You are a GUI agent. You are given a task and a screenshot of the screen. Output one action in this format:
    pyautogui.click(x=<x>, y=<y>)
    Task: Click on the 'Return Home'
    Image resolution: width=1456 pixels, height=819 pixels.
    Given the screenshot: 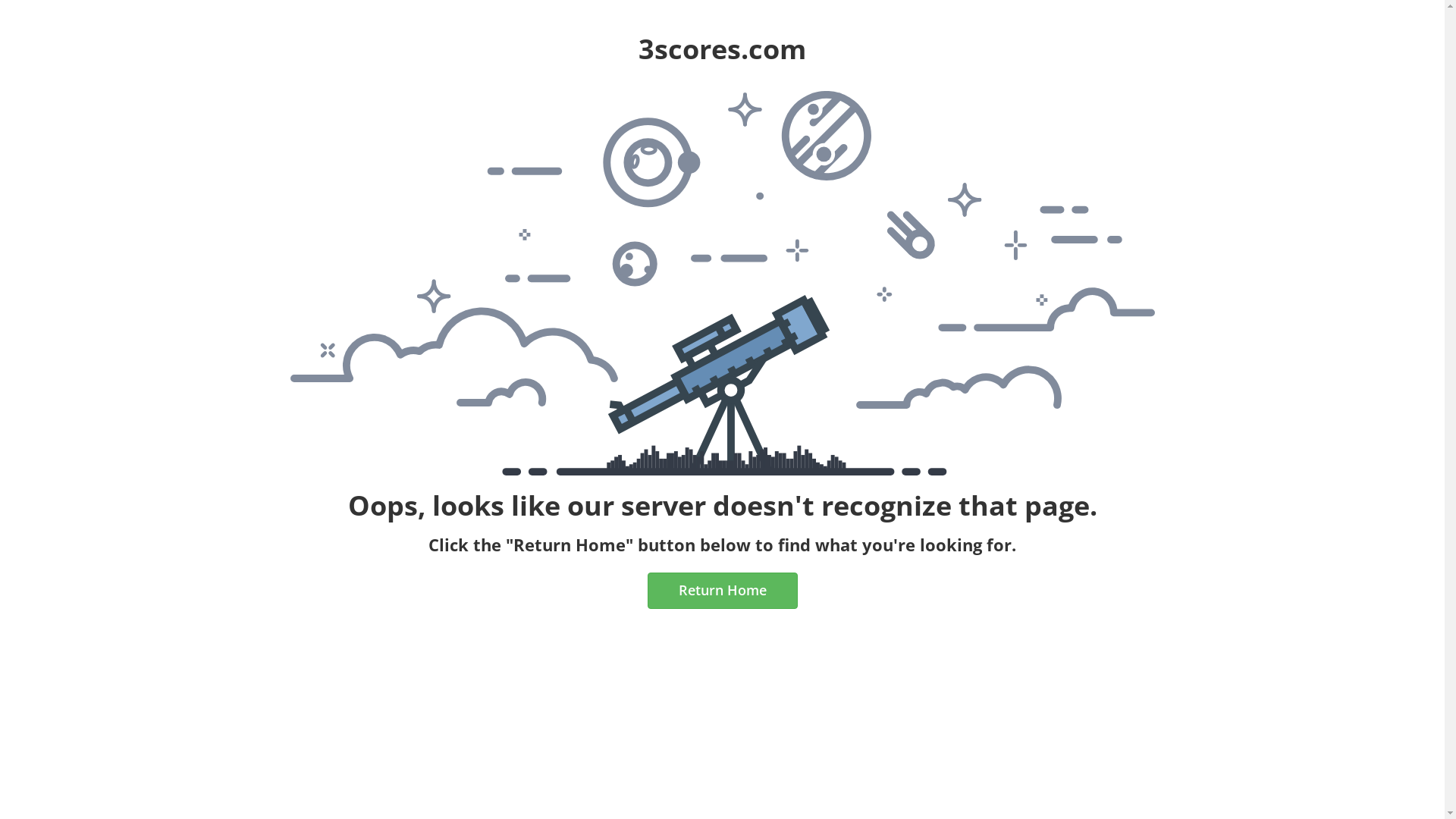 What is the action you would take?
    pyautogui.click(x=722, y=590)
    